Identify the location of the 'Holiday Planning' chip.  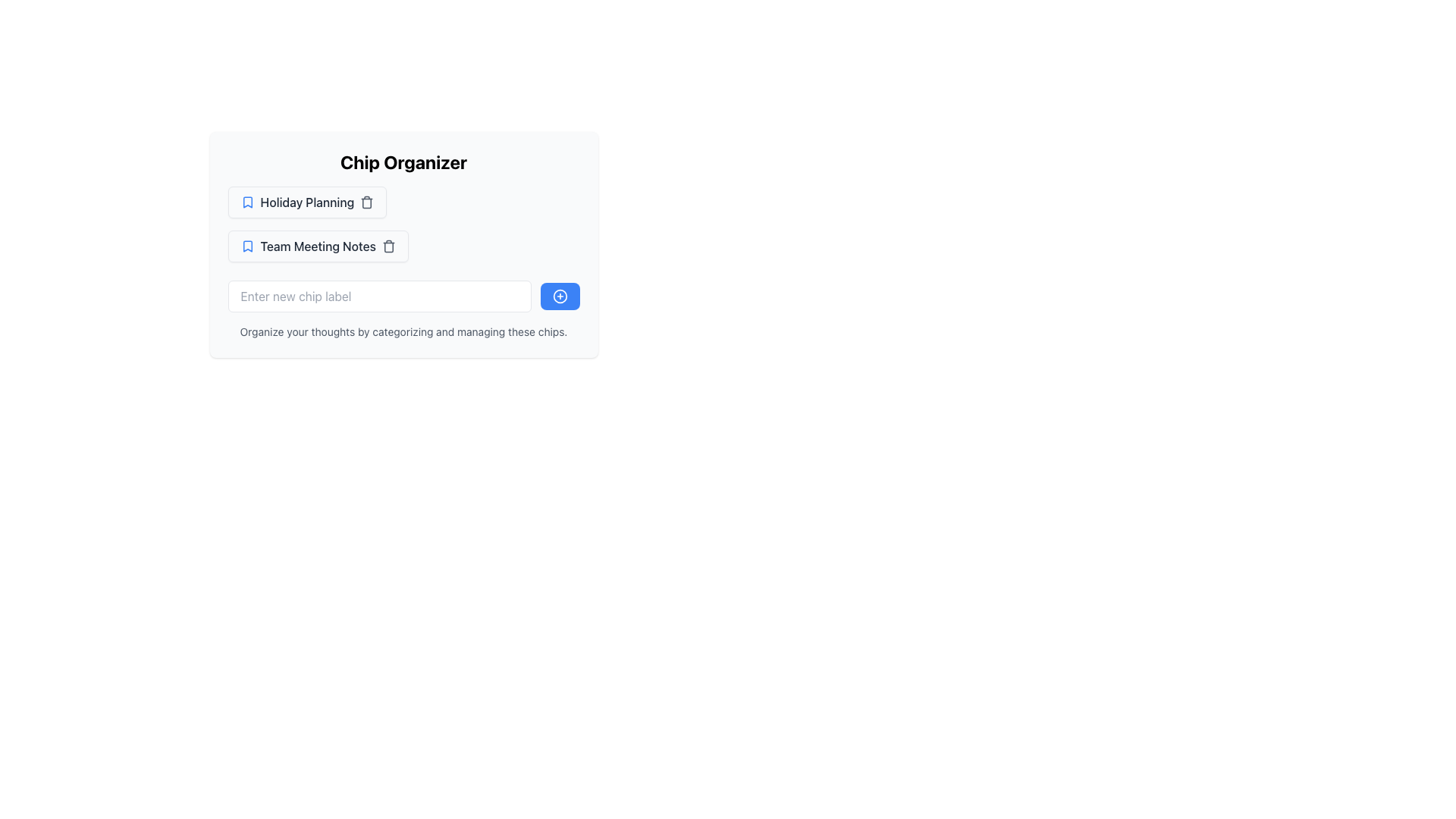
(306, 201).